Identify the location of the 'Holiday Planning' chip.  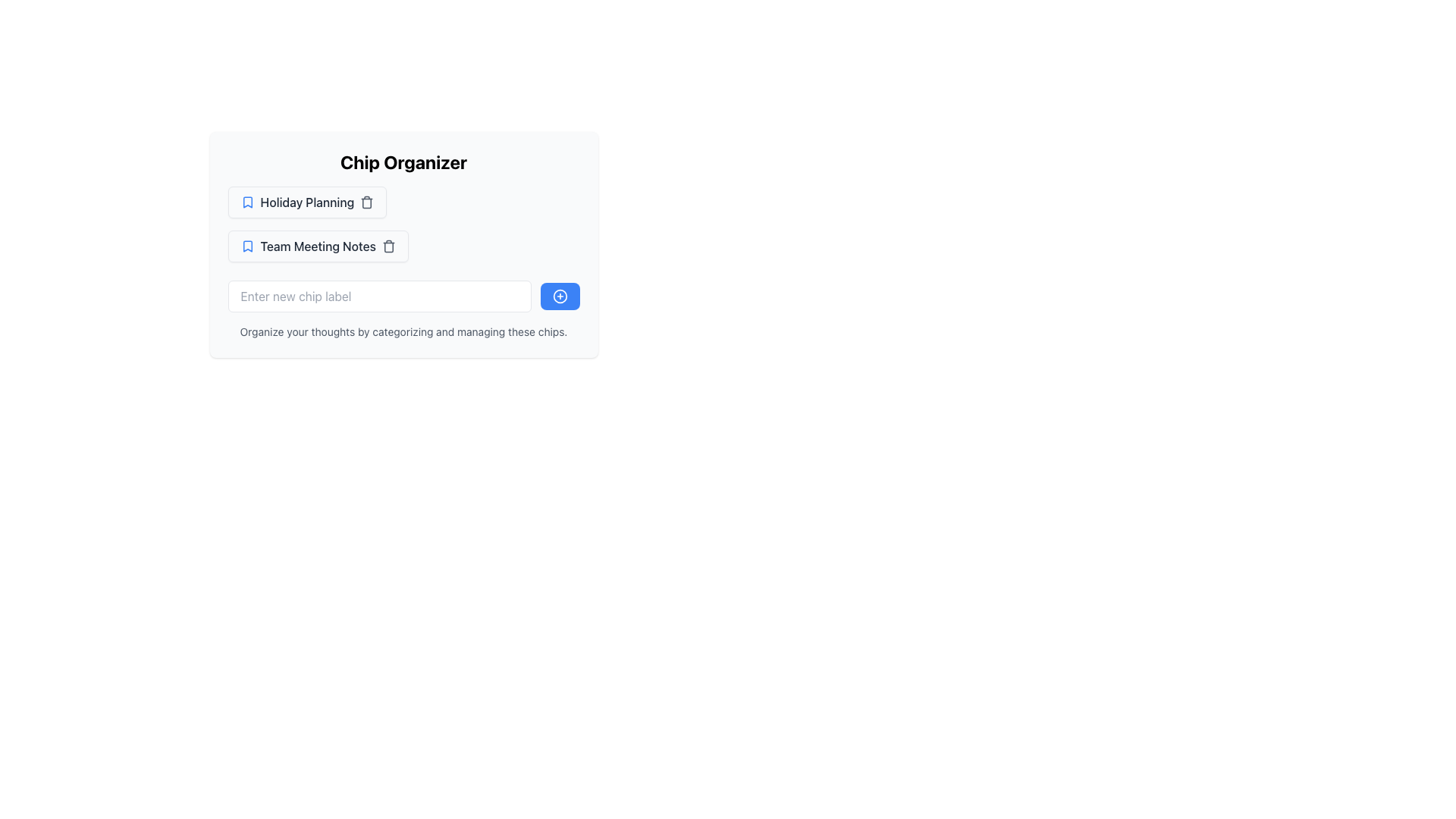
(306, 201).